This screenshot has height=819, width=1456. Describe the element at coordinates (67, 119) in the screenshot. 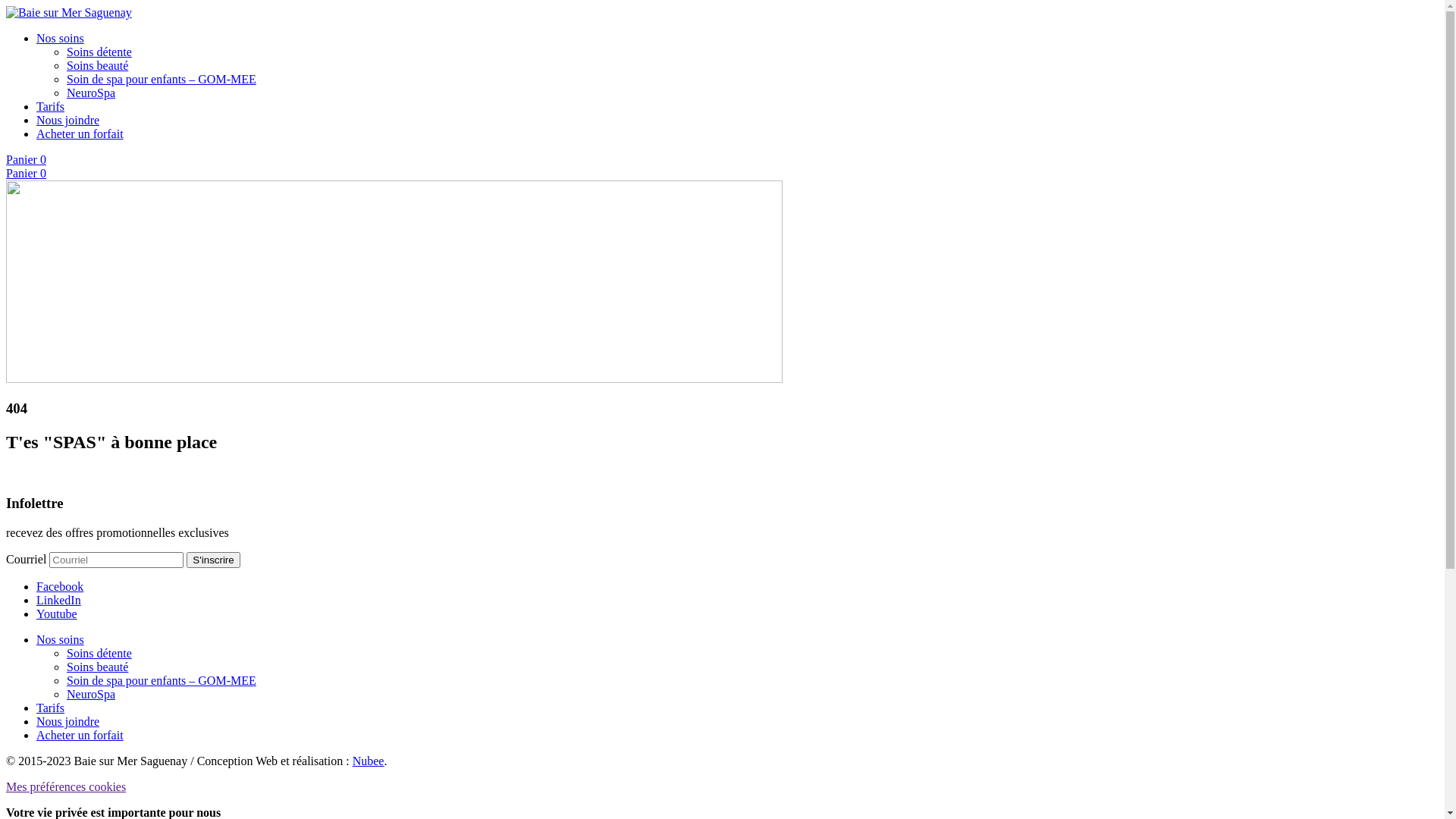

I see `'Nous joindre'` at that location.